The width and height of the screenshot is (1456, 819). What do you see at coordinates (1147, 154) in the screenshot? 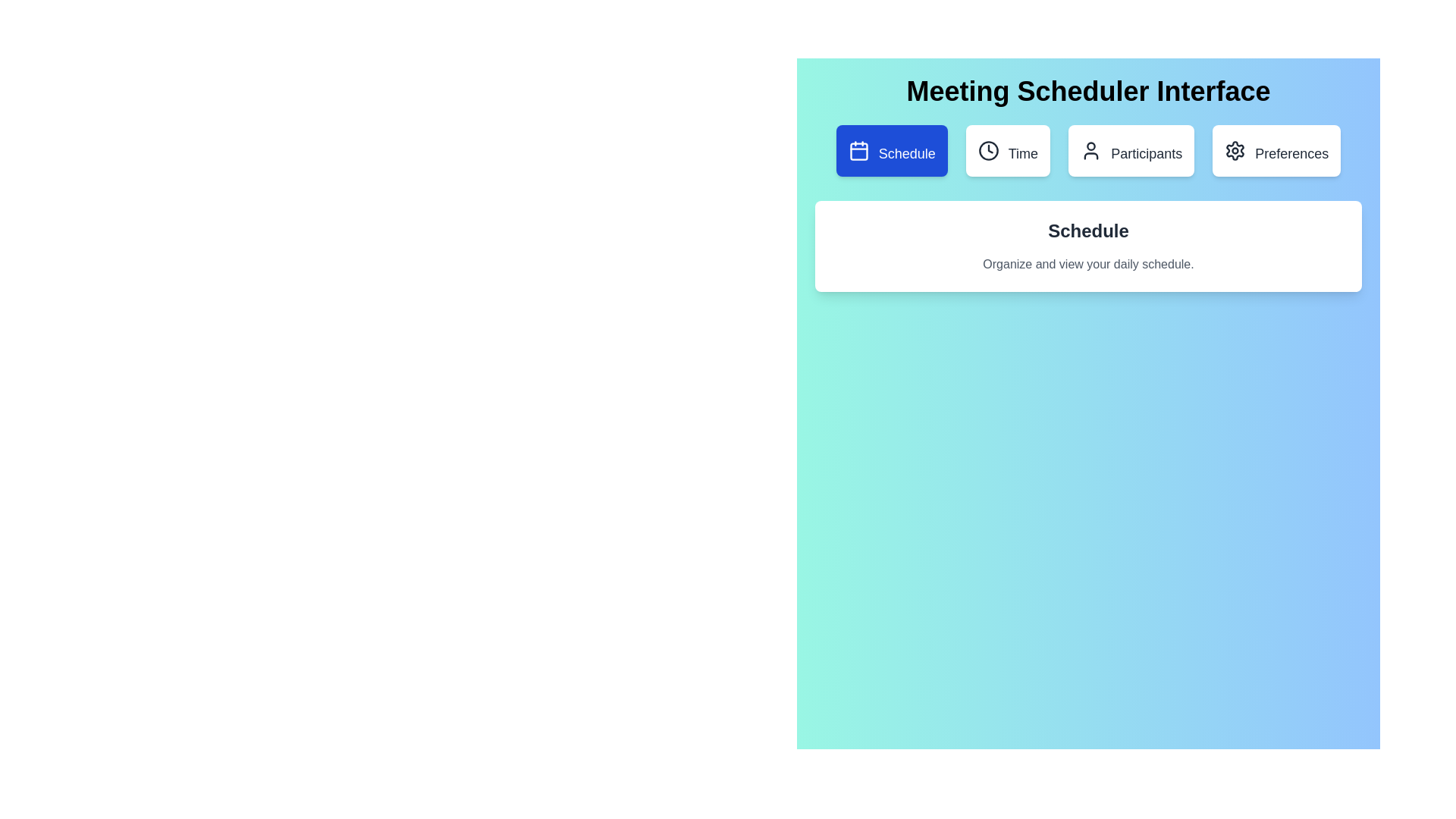
I see `the button labeled 'Participants' which contains the text 'Participants' and an icon of a user on its left` at bounding box center [1147, 154].